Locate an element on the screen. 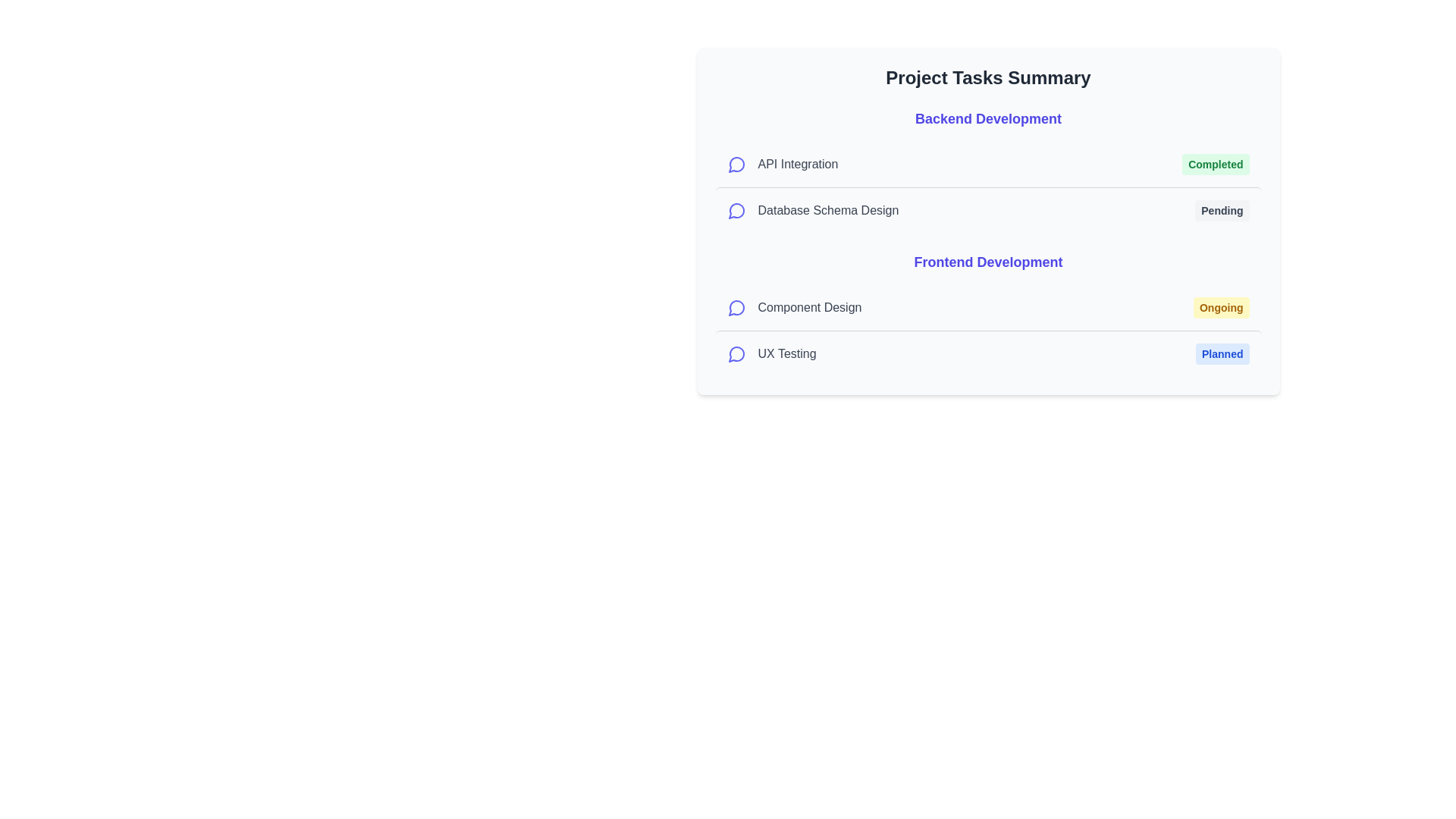 Image resolution: width=1456 pixels, height=819 pixels. the 'Ongoing' status label, which is a pill-shaped label with a yellow background and brown bold text, located in the right half of the 'Project Tasks Summary' interface, to possibly open a detailed view of the task status is located at coordinates (1221, 307).